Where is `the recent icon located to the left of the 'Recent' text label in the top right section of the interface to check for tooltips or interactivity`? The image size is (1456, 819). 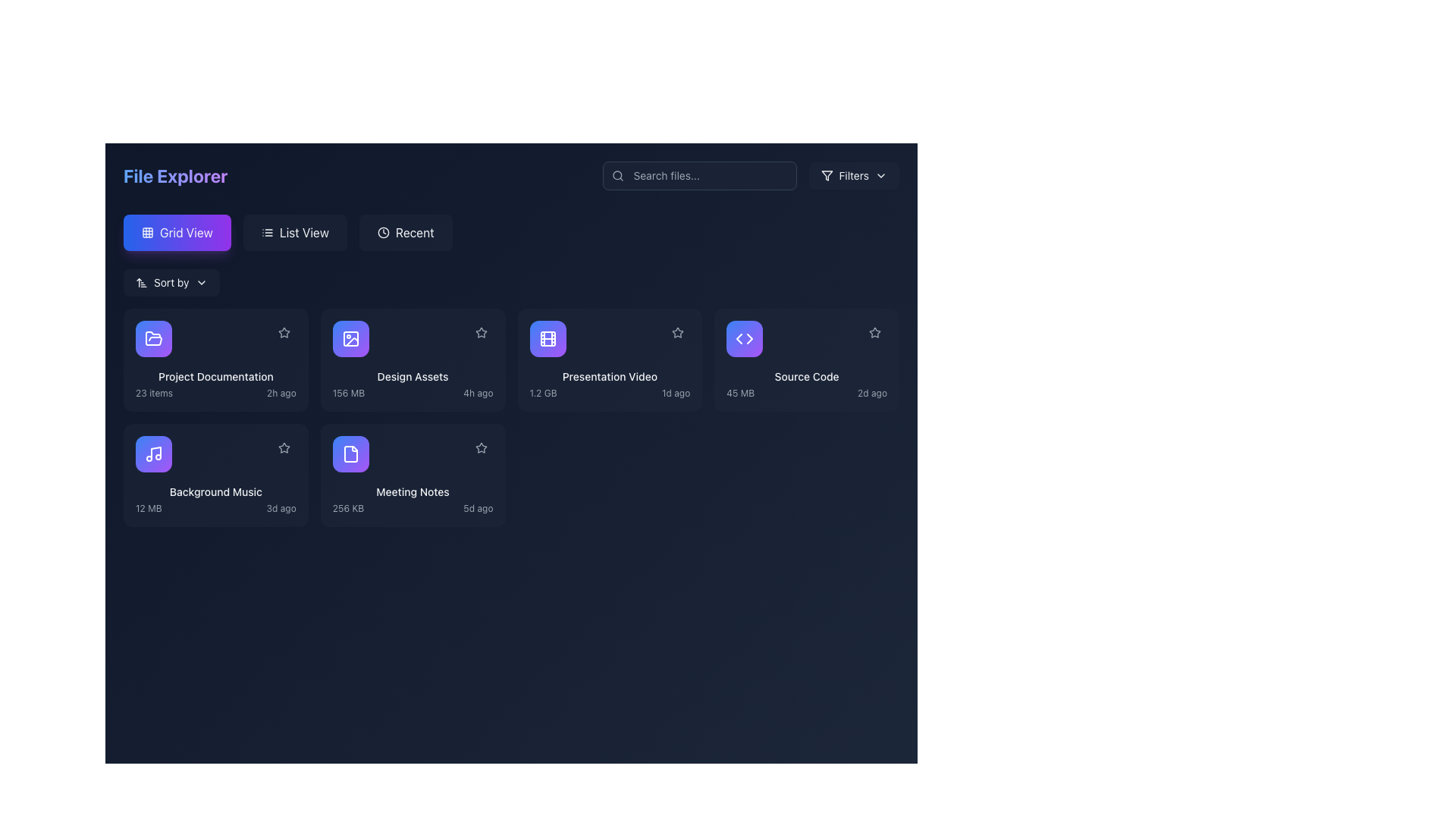 the recent icon located to the left of the 'Recent' text label in the top right section of the interface to check for tooltips or interactivity is located at coordinates (383, 233).